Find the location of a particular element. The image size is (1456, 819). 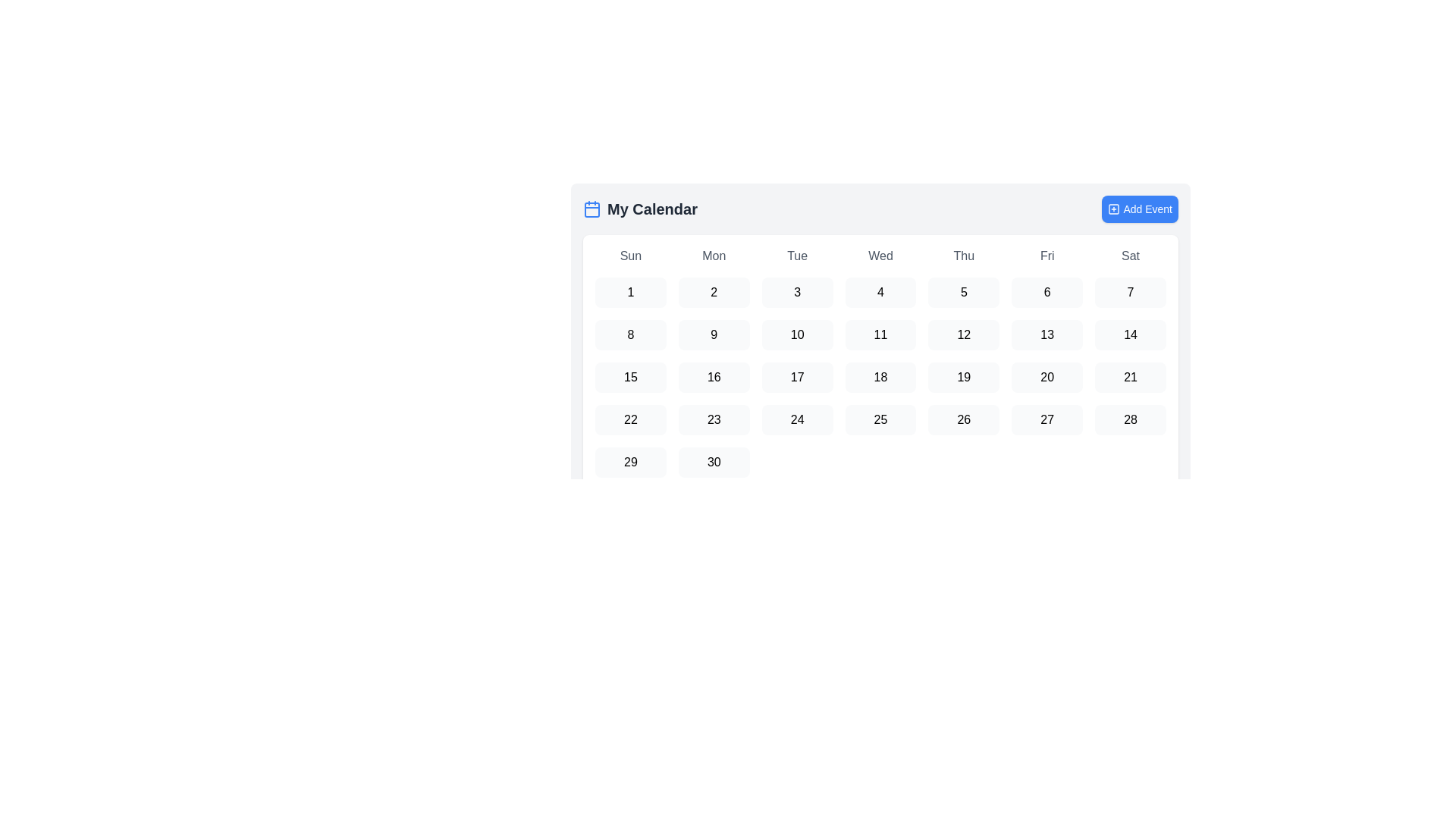

the Calendar Table located beneath the 'My Calendar' title and 'Add Event' button to navigate through the calendar is located at coordinates (880, 321).